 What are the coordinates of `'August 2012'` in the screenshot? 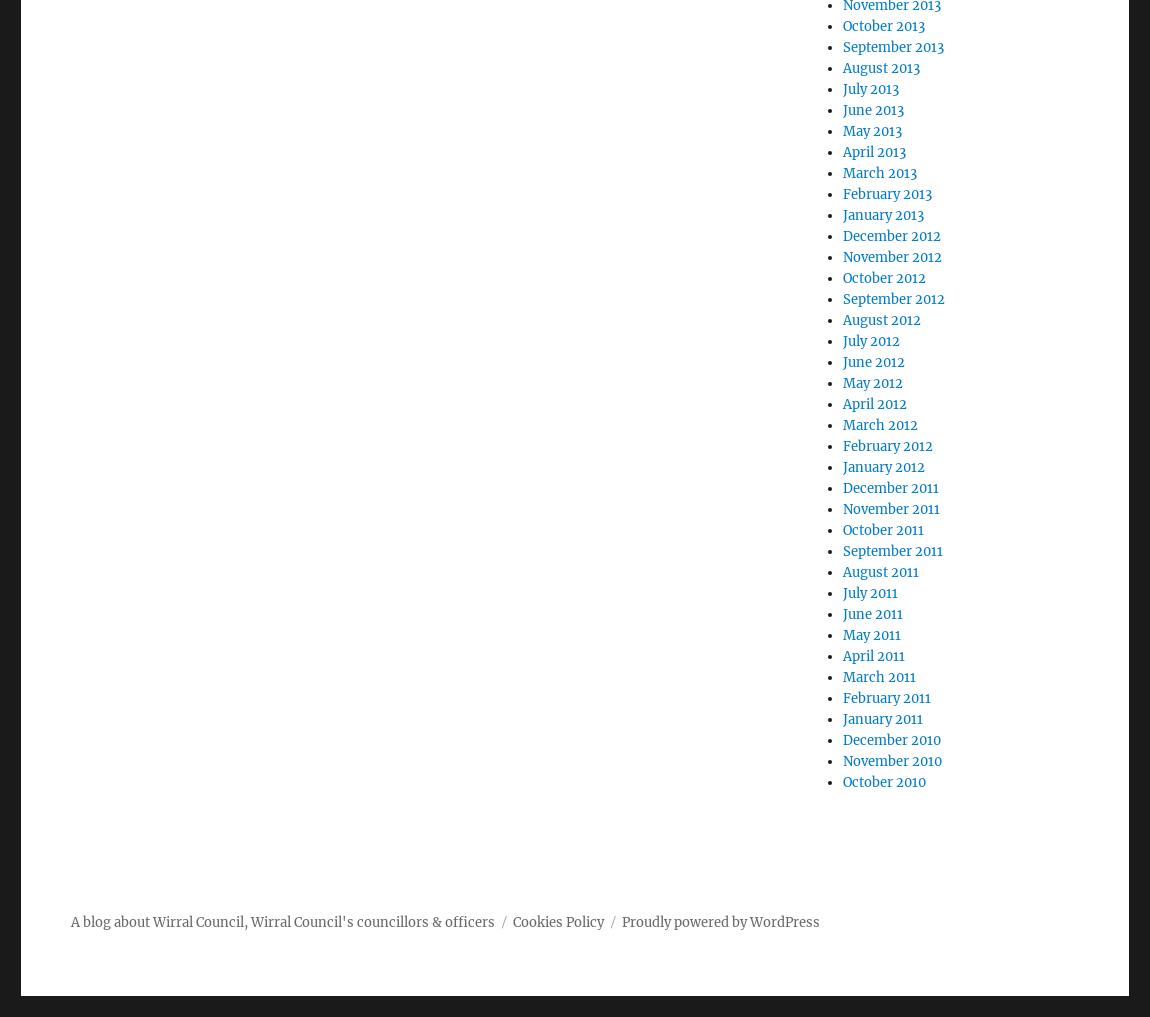 It's located at (841, 320).